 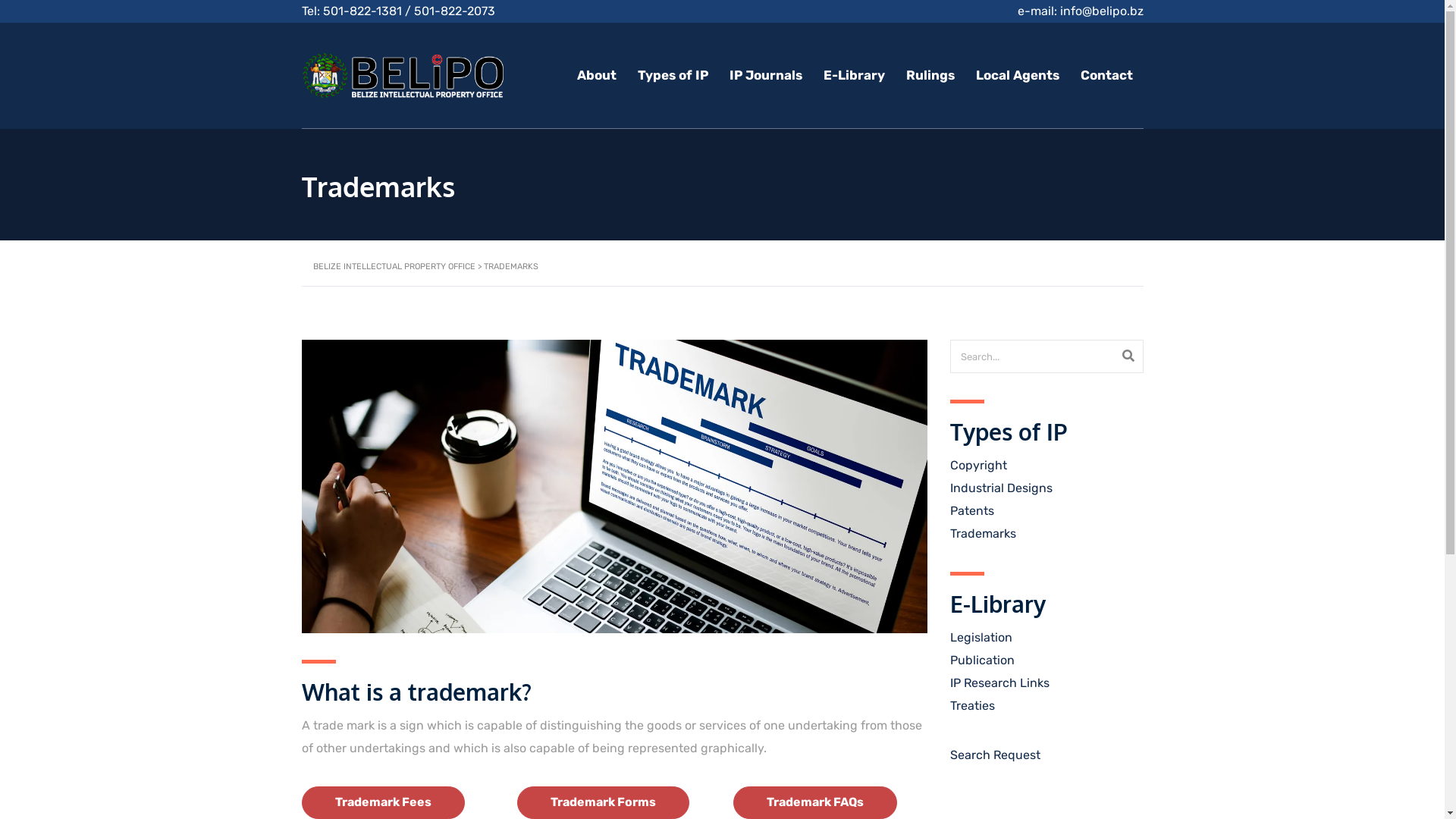 What do you see at coordinates (994, 755) in the screenshot?
I see `'Search Request'` at bounding box center [994, 755].